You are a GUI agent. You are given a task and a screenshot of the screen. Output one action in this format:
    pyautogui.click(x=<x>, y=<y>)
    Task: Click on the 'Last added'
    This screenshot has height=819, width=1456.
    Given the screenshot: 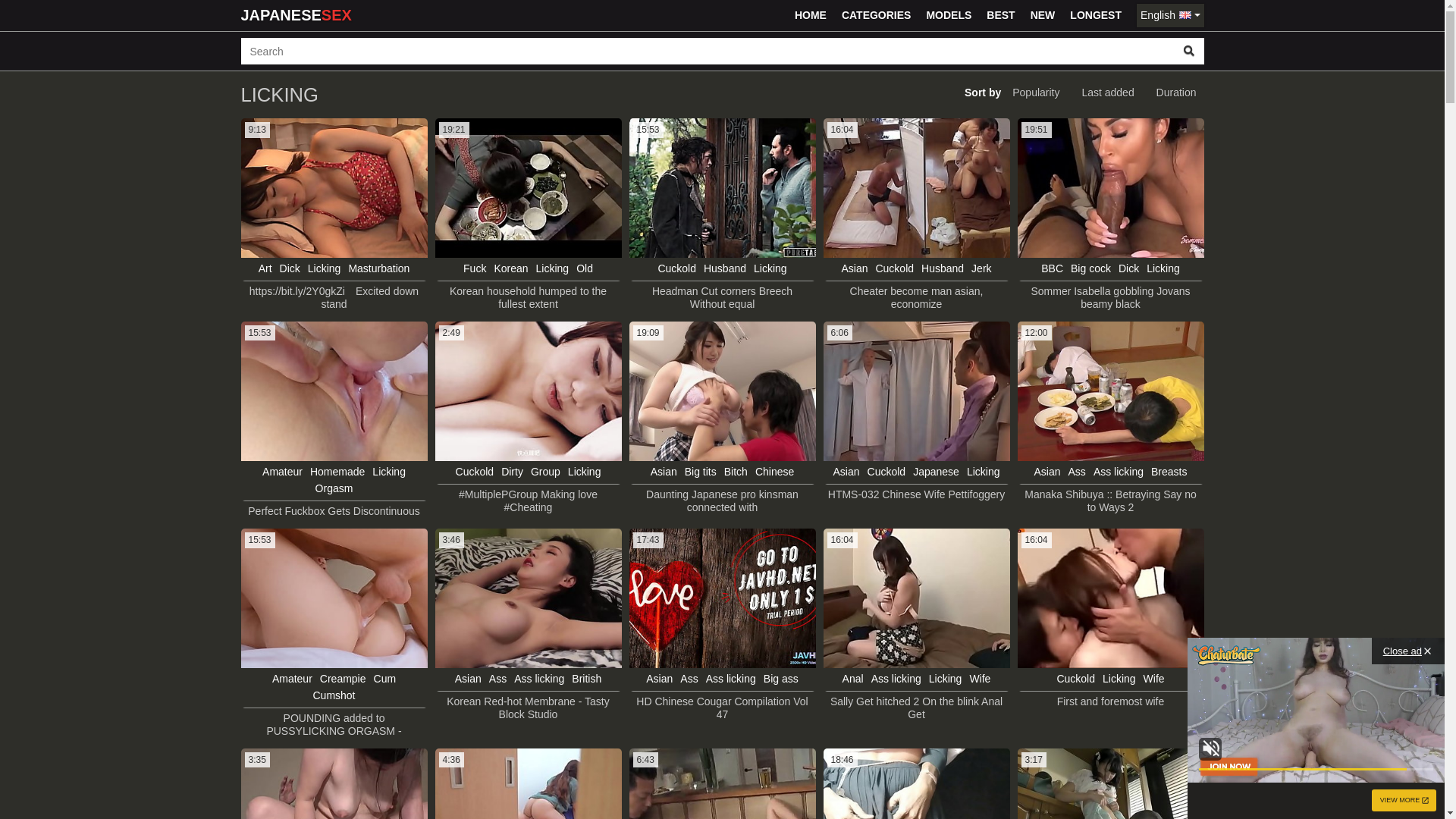 What is the action you would take?
    pyautogui.click(x=1107, y=93)
    